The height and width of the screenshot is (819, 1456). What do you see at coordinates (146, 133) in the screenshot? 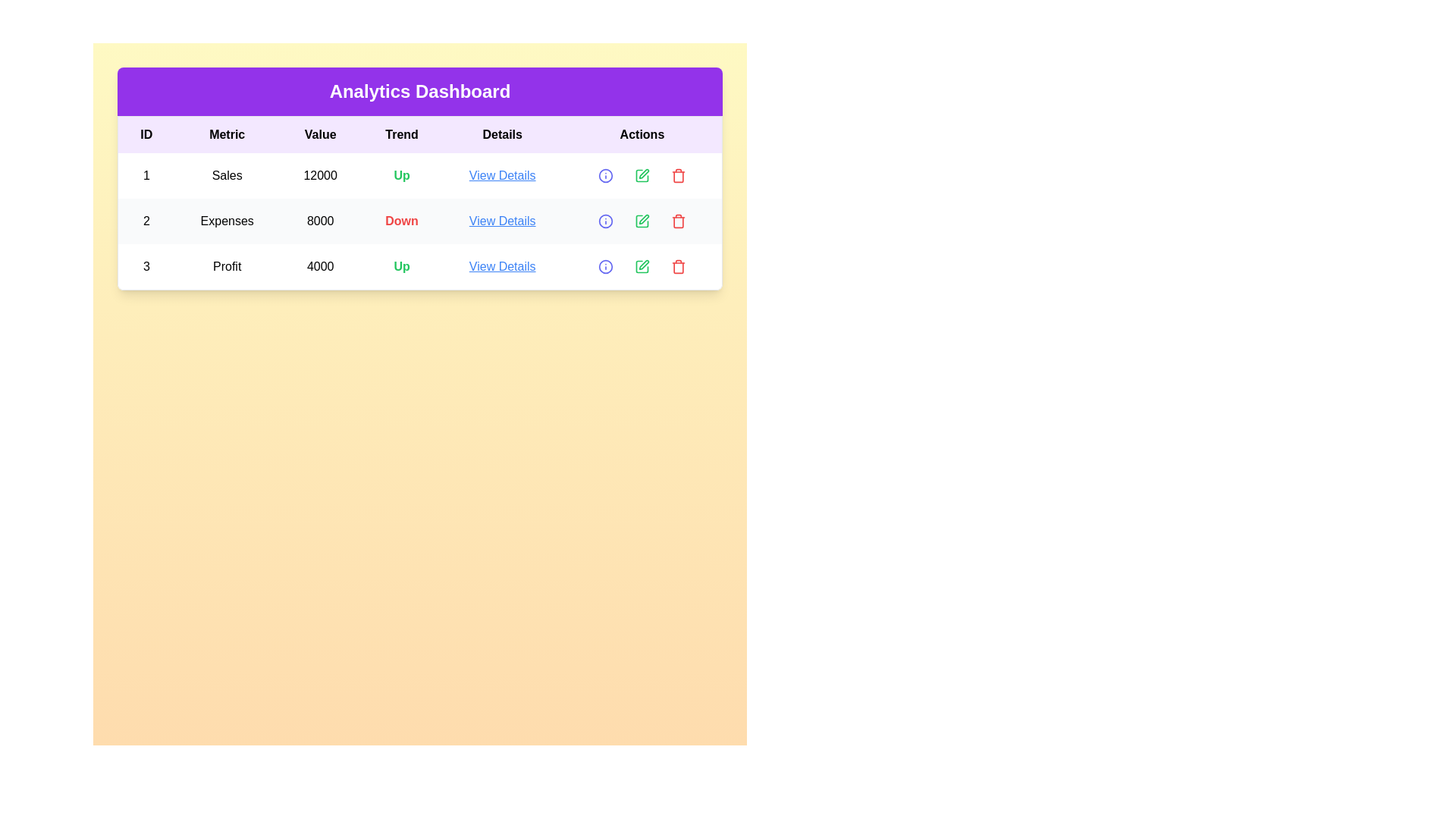
I see `'ID' column header label in the table under the 'Analytics Dashboard' section to understand its purpose` at bounding box center [146, 133].